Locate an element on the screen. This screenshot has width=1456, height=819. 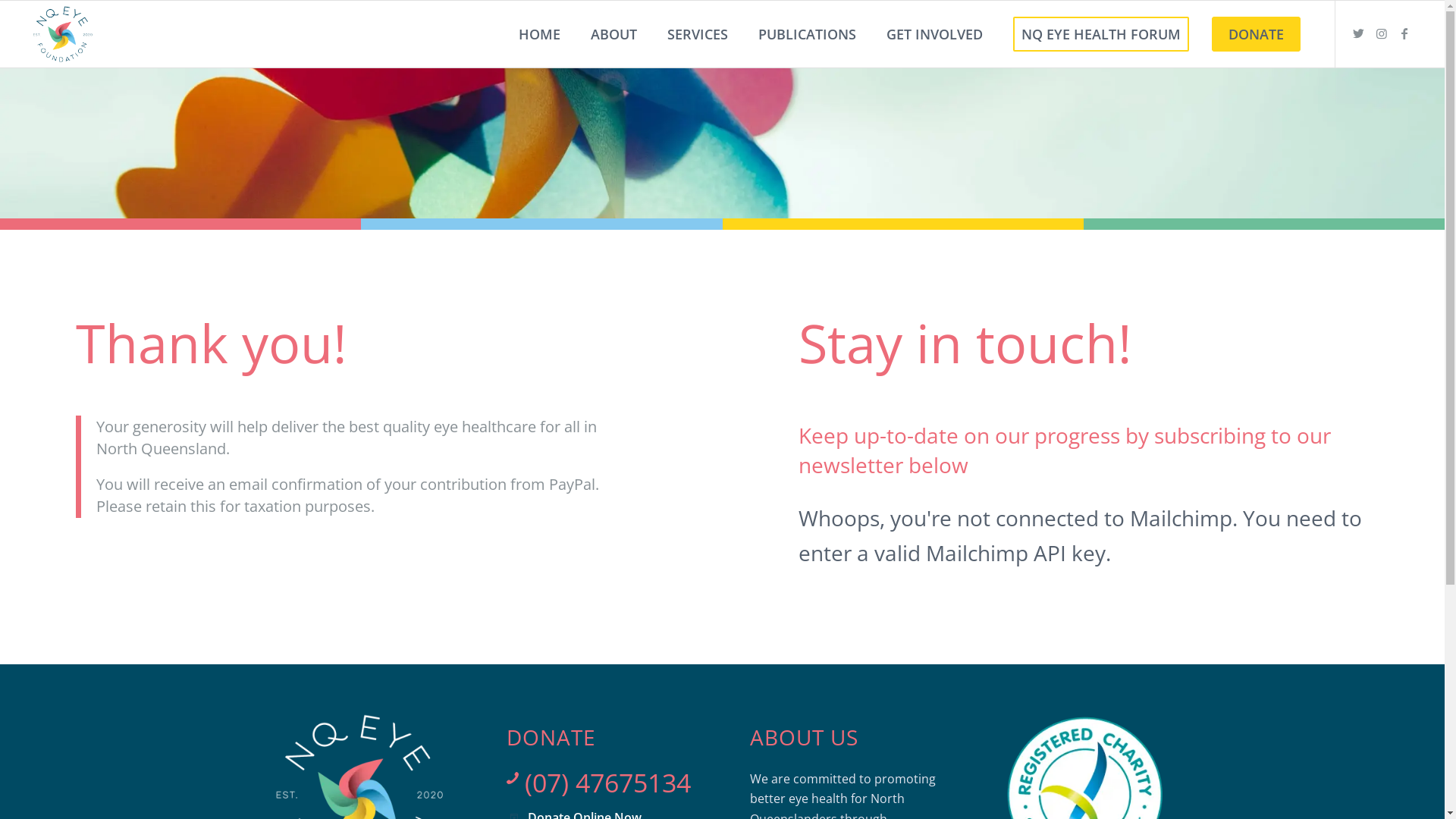
'DONATE' is located at coordinates (1256, 34).